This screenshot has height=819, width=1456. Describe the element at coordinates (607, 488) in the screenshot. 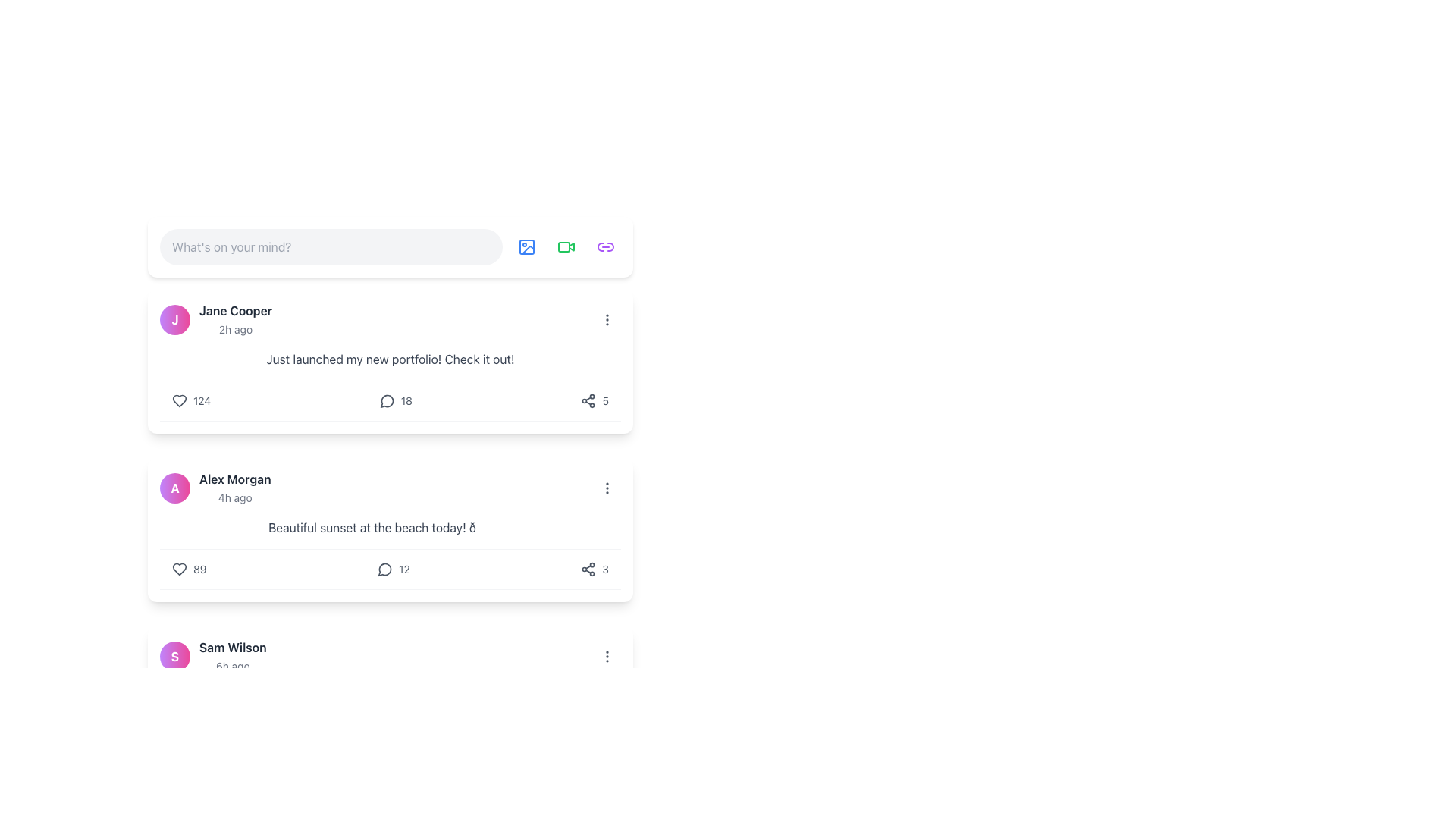

I see `the vertical ellipsis icon button, which is styled with a gray color and located in the middle-right area of the second post in a list of posts` at that location.